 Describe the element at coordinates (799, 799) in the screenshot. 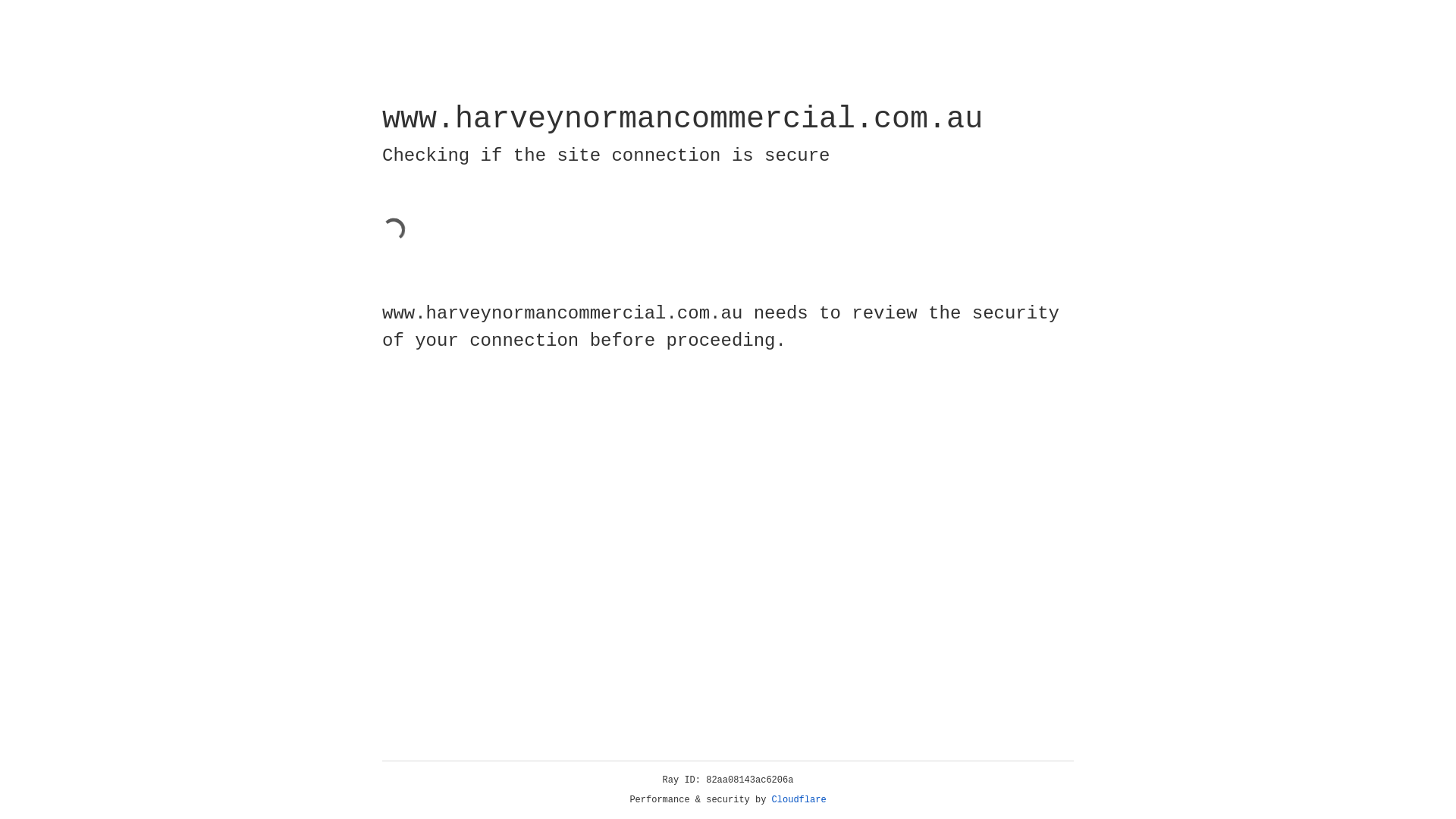

I see `'Cloudflare'` at that location.